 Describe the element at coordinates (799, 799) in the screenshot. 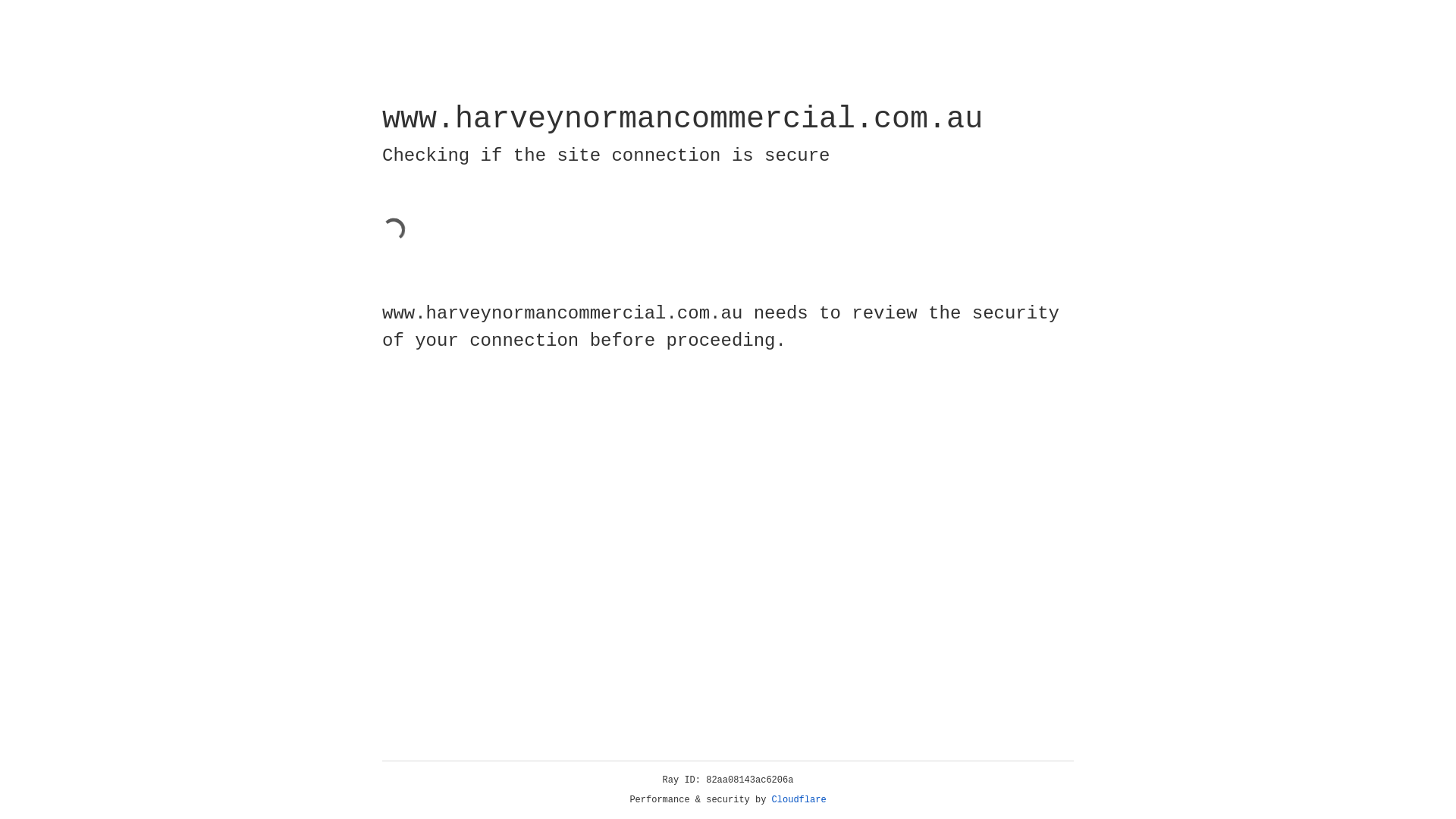

I see `'Cloudflare'` at that location.